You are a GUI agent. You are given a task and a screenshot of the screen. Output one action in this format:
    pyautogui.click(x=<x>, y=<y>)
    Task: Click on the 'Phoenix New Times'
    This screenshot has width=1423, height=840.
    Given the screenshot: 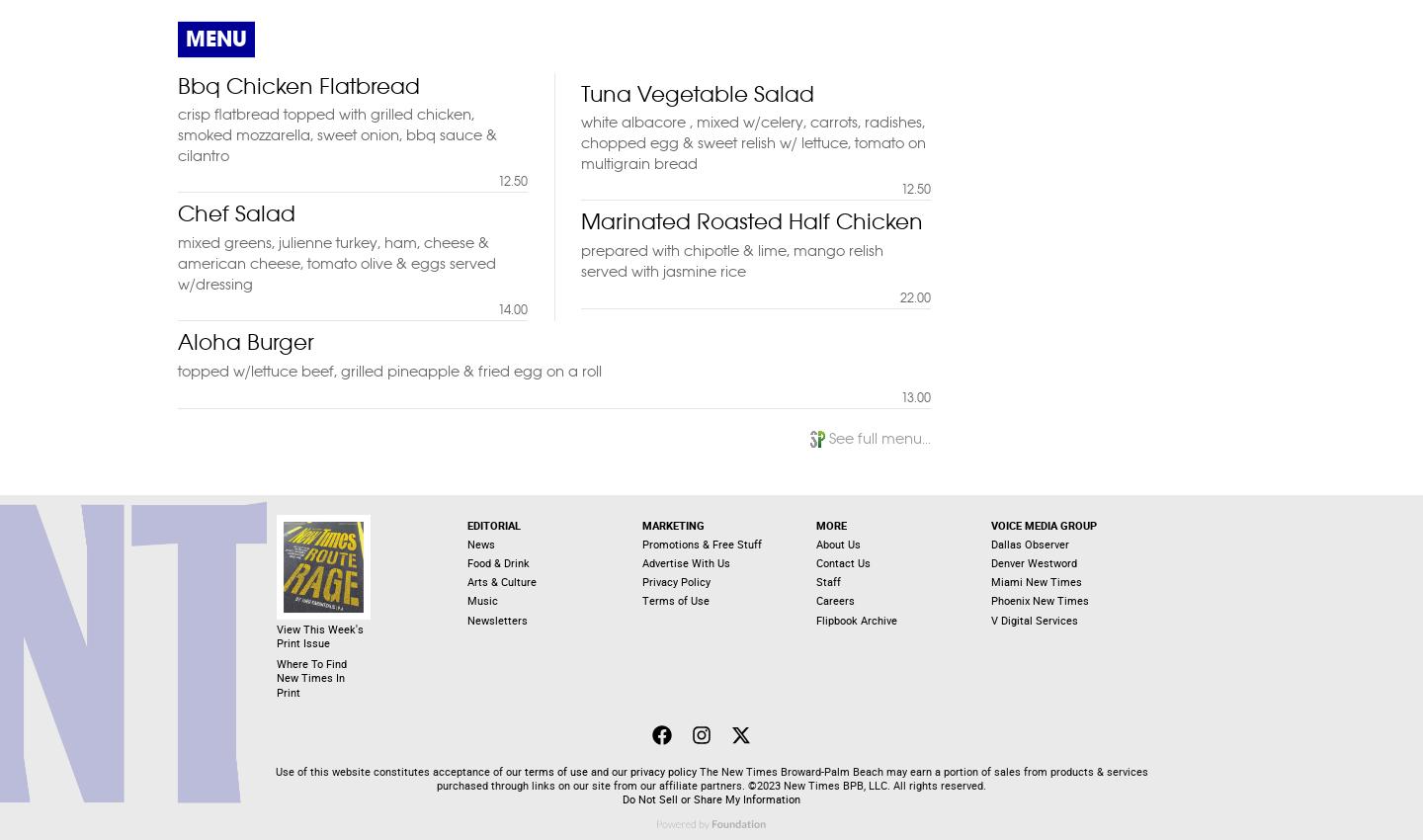 What is the action you would take?
    pyautogui.click(x=989, y=600)
    